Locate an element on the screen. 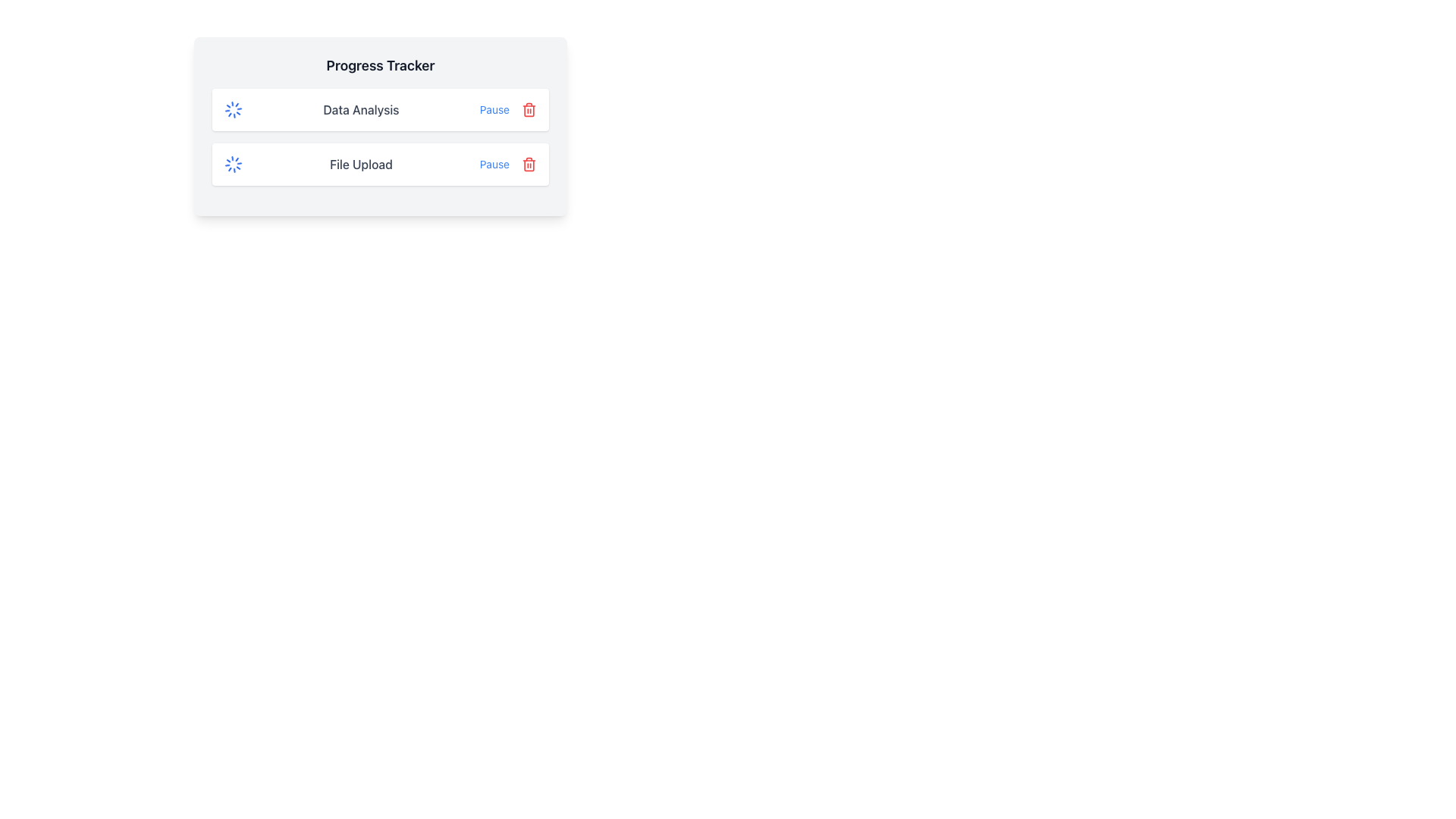 The image size is (1456, 819). the red trash can icon located in the lower-right corner of the 'File Upload' section is located at coordinates (529, 164).